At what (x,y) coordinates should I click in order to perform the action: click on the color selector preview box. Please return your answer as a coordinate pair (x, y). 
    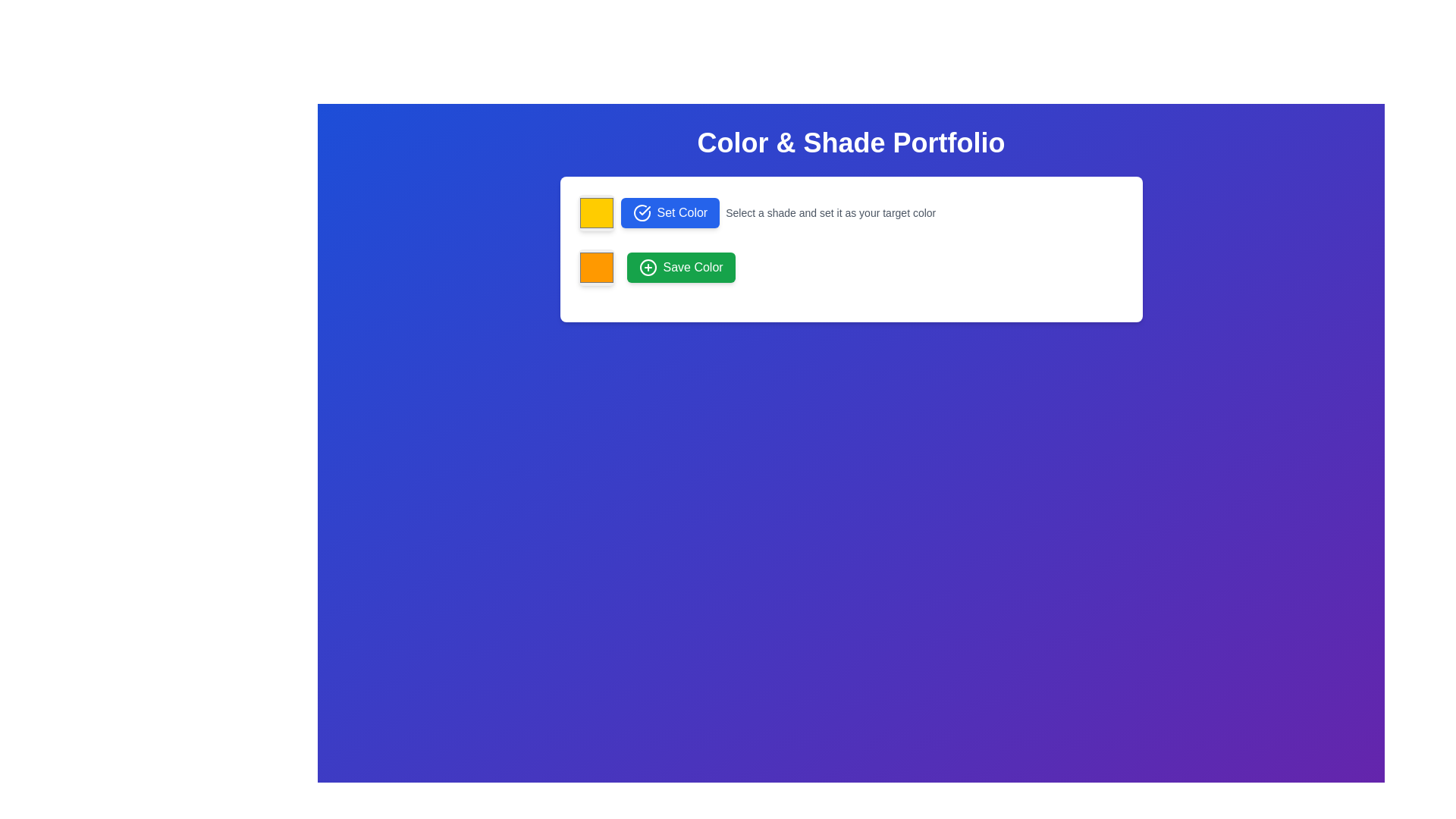
    Looking at the image, I should click on (595, 267).